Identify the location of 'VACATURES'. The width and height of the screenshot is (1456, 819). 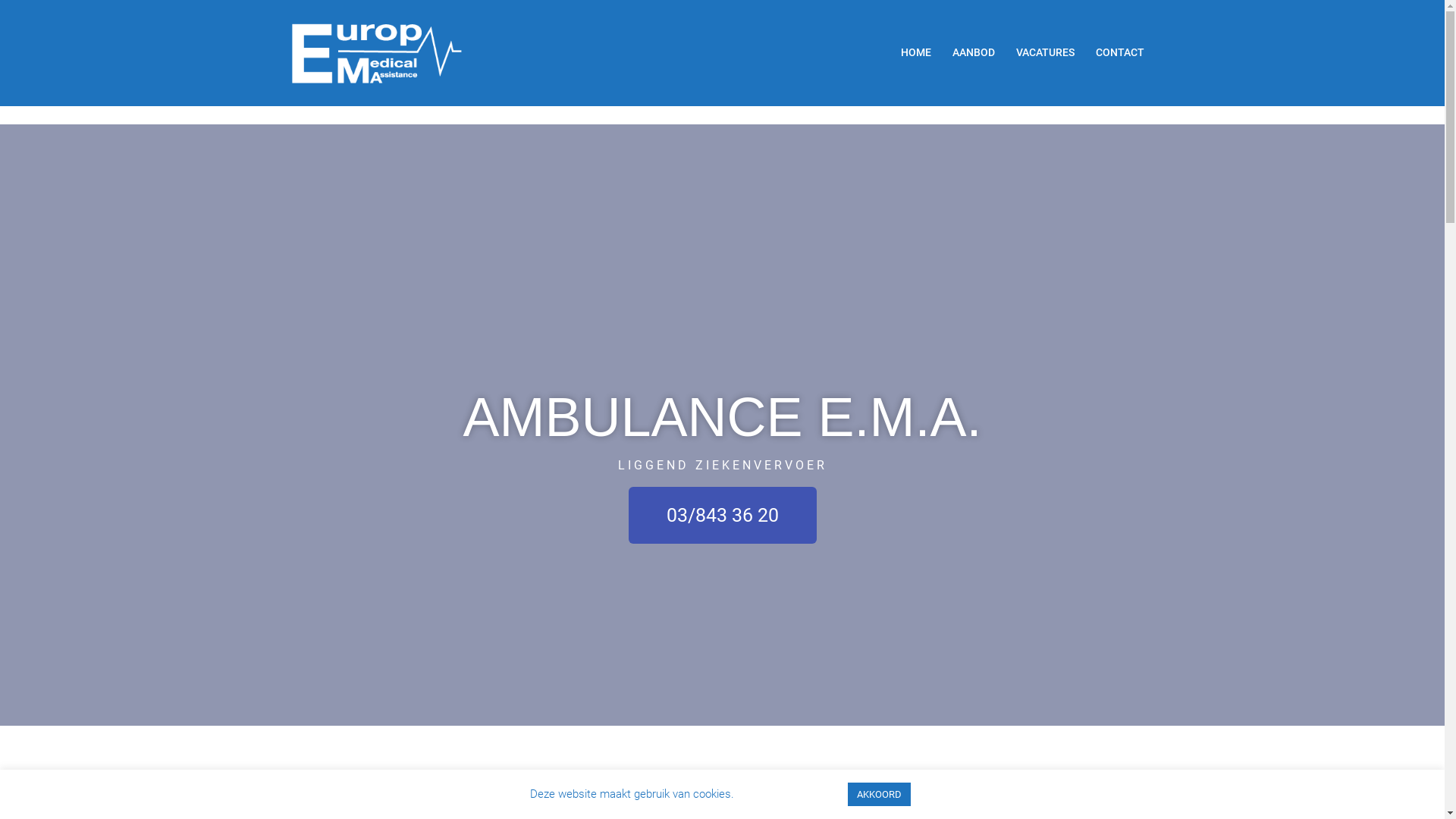
(1015, 52).